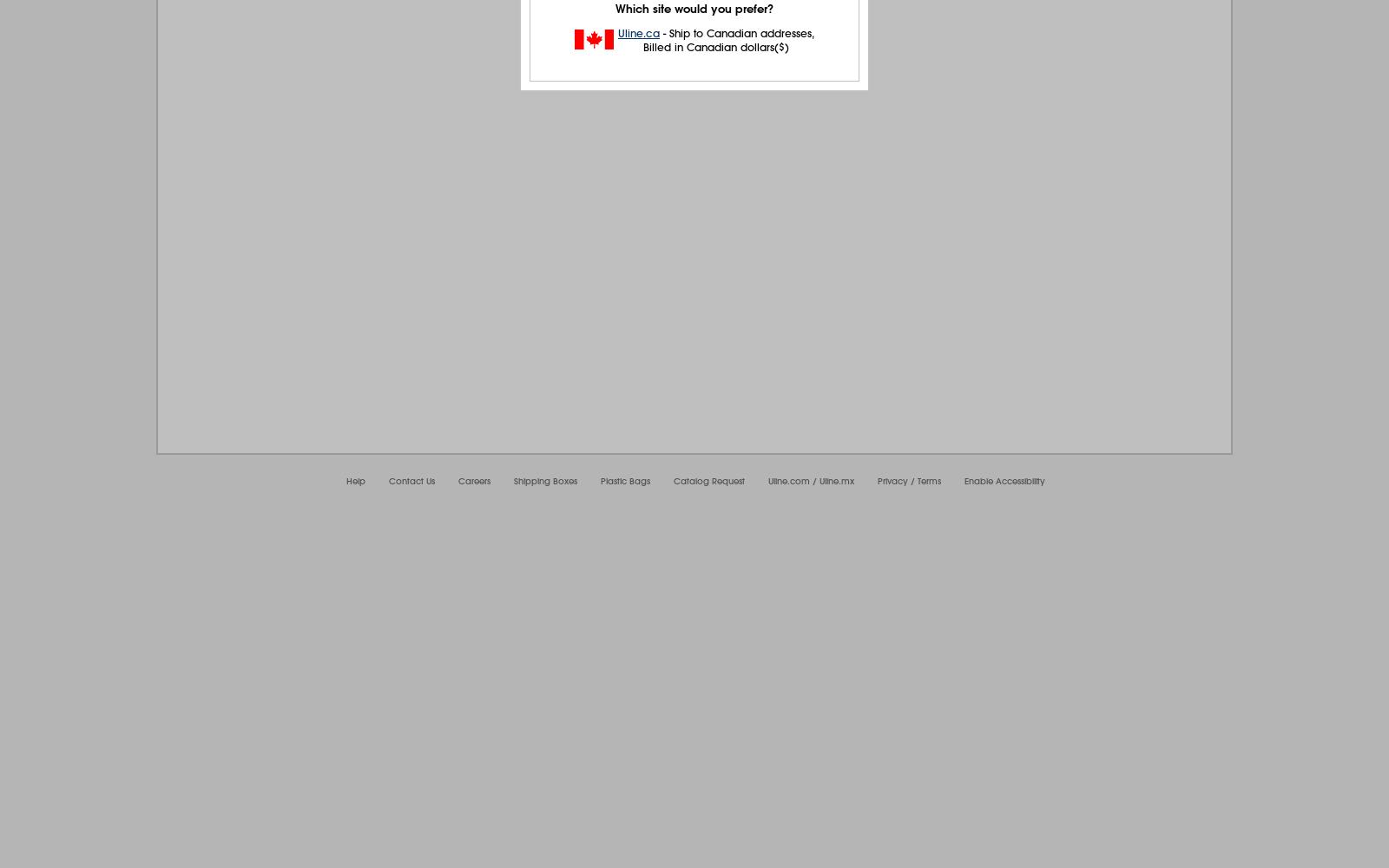  I want to click on 'Contact Us', so click(388, 481).